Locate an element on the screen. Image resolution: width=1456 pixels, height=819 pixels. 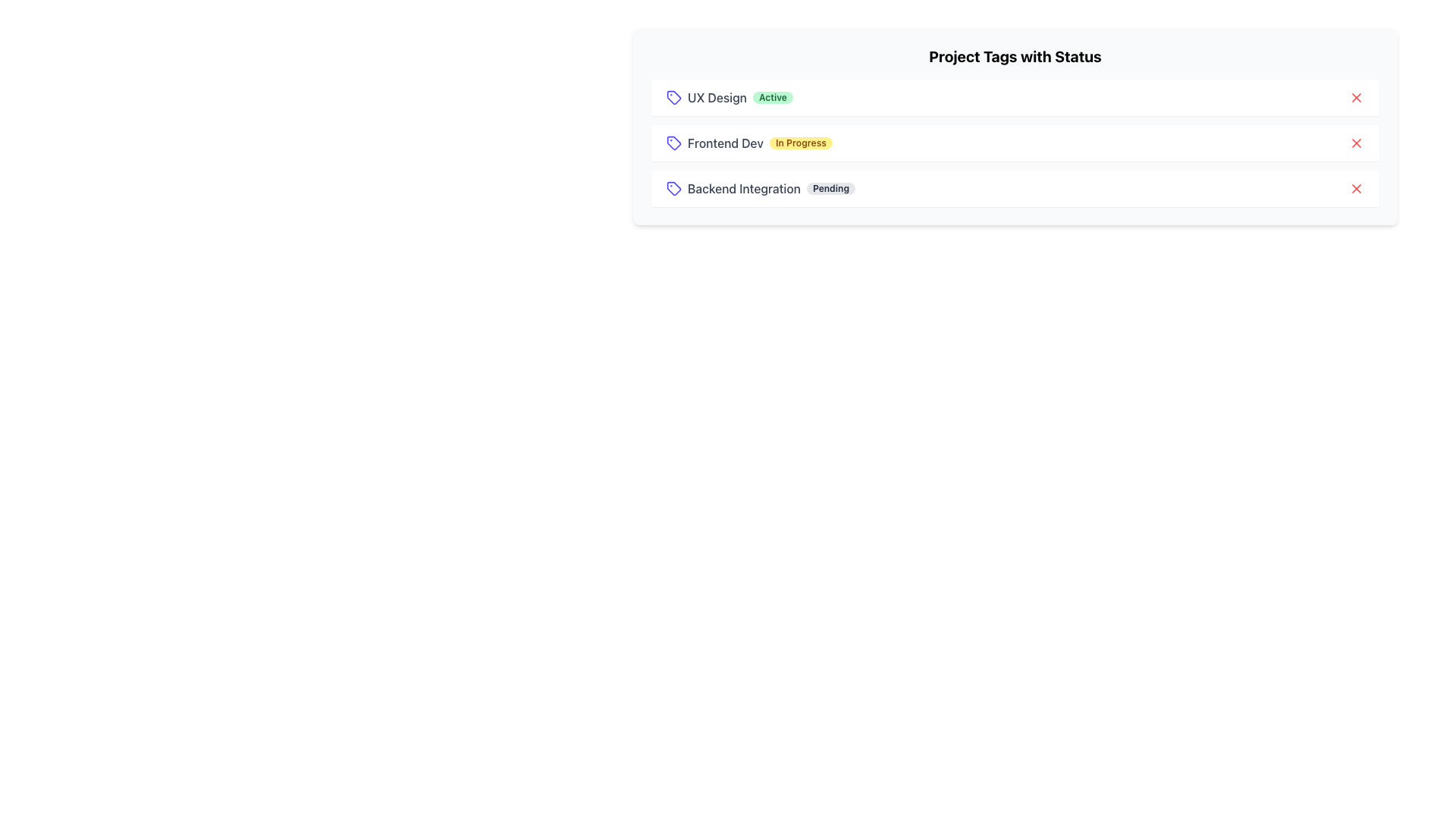
the text element that reads 'Backend Integration', which is styled in gray and is the third item under 'Project Tags with Status' is located at coordinates (744, 188).